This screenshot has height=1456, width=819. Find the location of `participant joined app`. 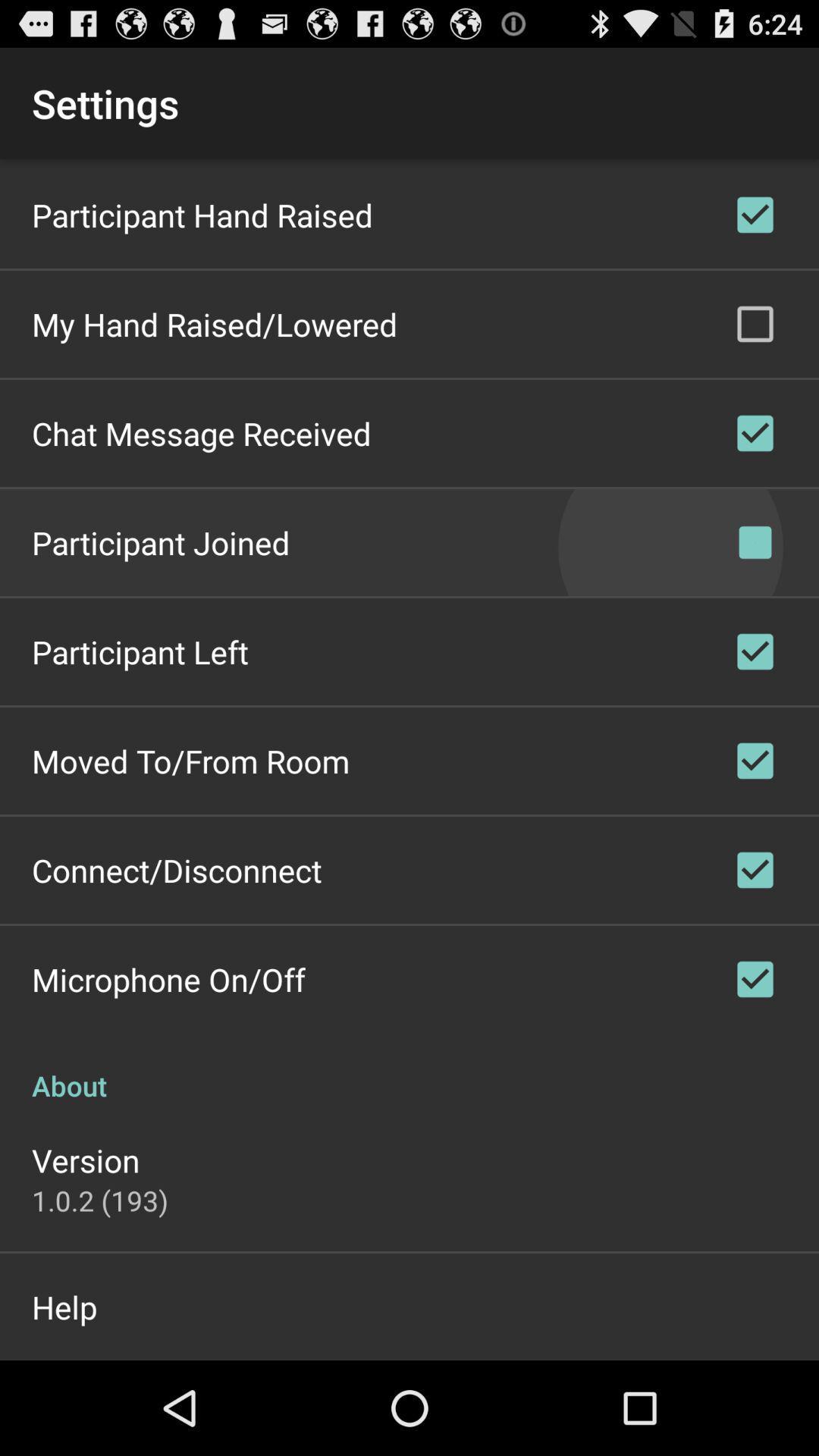

participant joined app is located at coordinates (161, 542).